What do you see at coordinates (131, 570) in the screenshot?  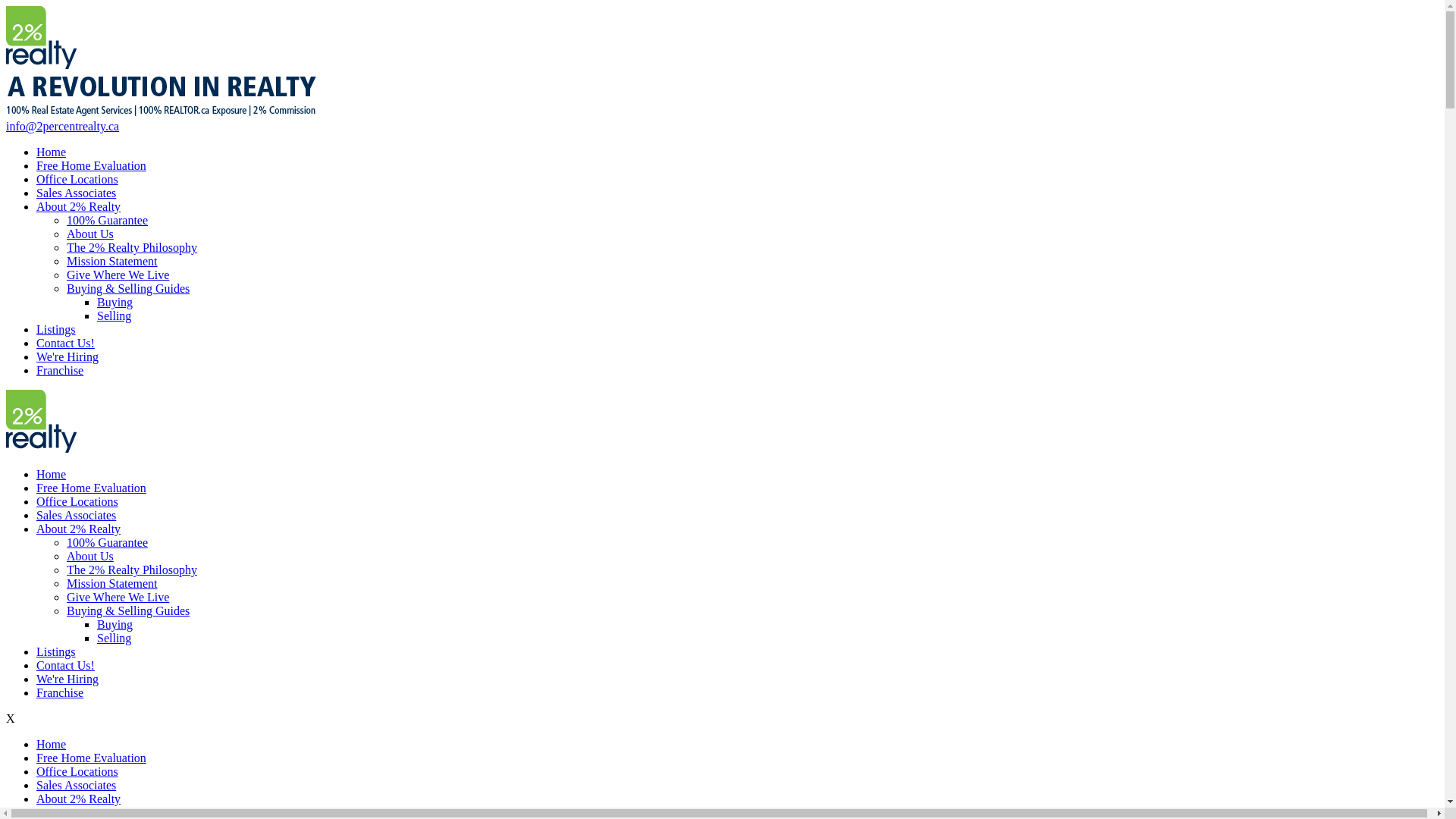 I see `'The 2% Realty Philosophy'` at bounding box center [131, 570].